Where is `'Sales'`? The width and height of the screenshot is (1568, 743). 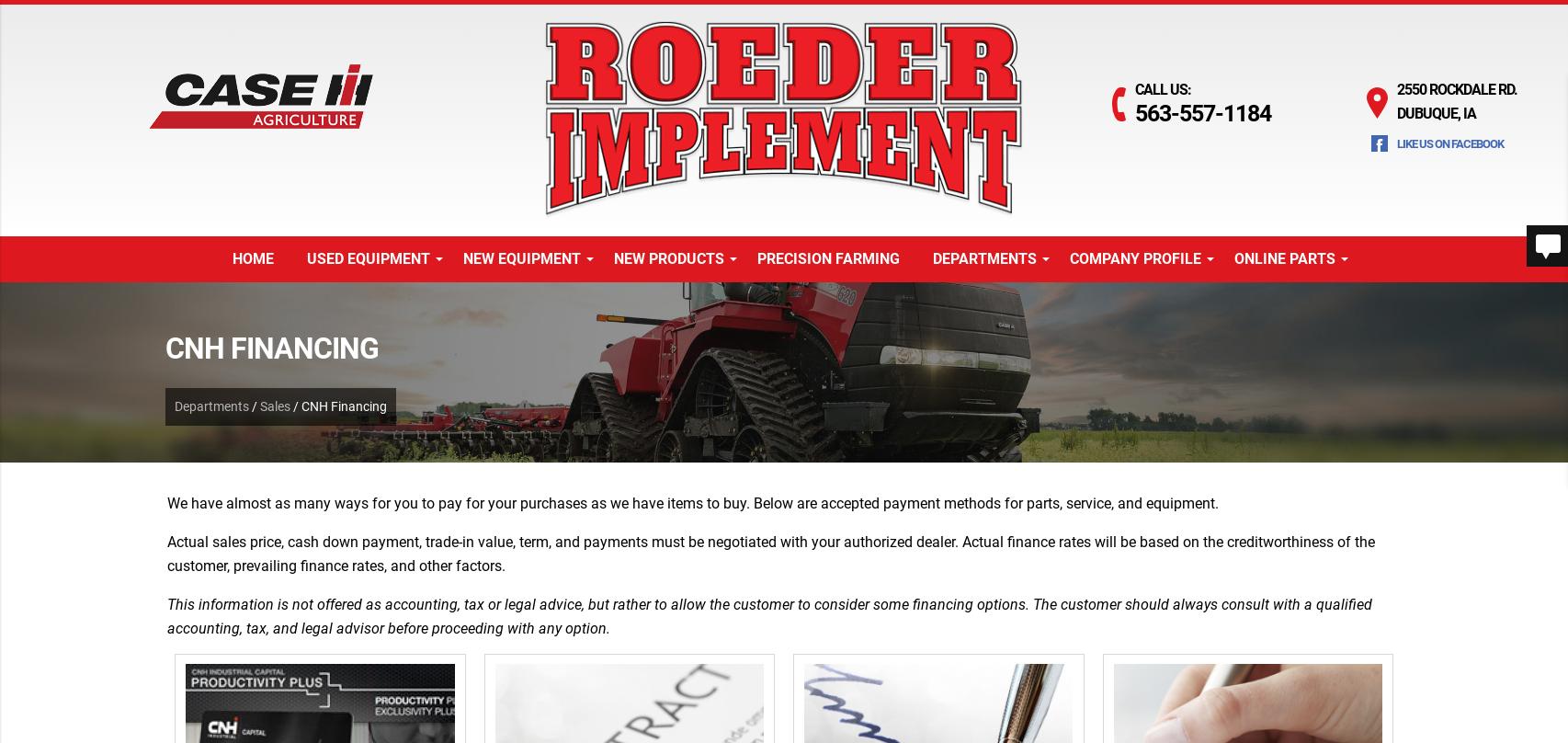 'Sales' is located at coordinates (275, 406).